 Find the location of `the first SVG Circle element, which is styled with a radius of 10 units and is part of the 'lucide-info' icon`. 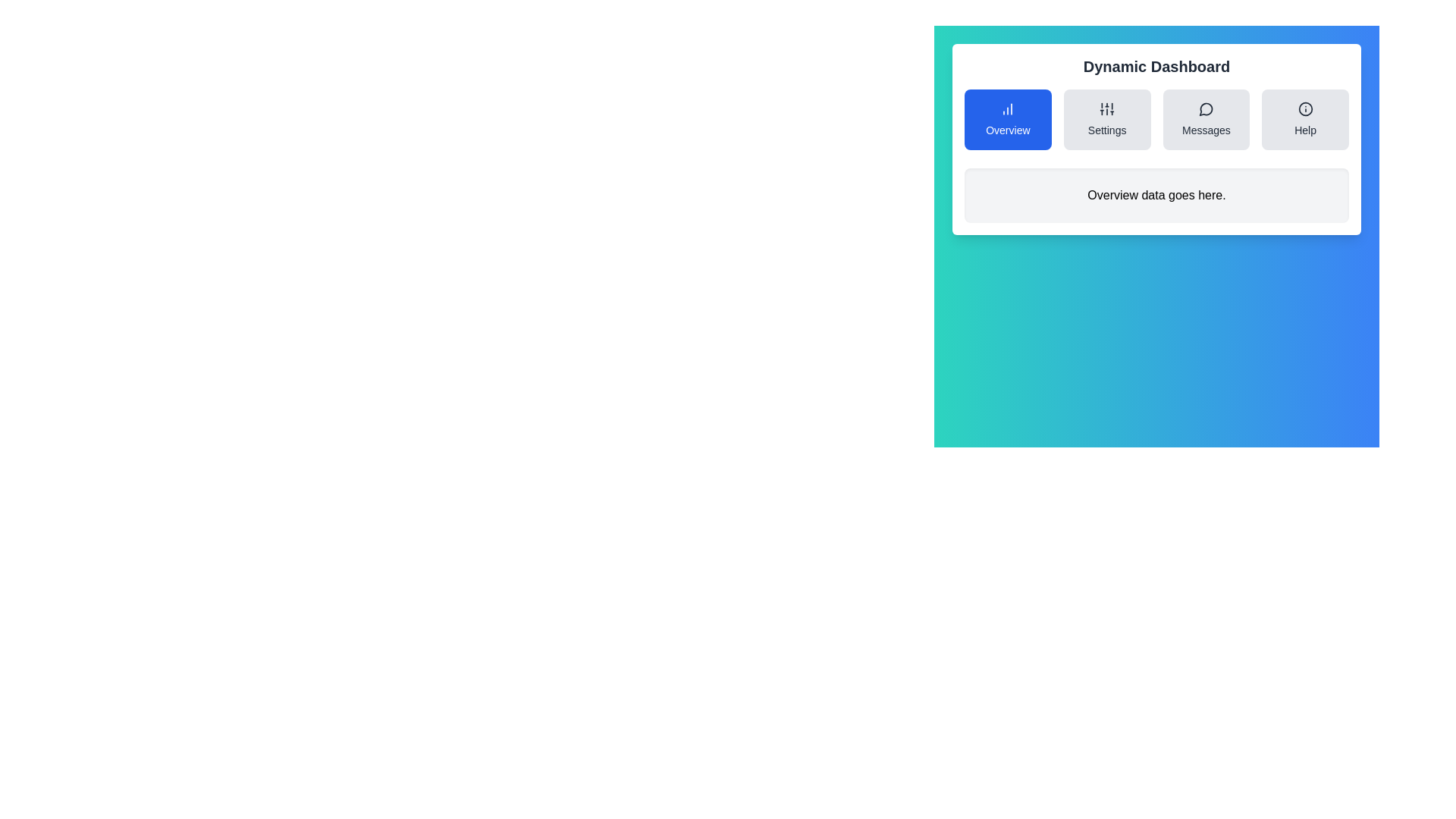

the first SVG Circle element, which is styled with a radius of 10 units and is part of the 'lucide-info' icon is located at coordinates (1304, 108).